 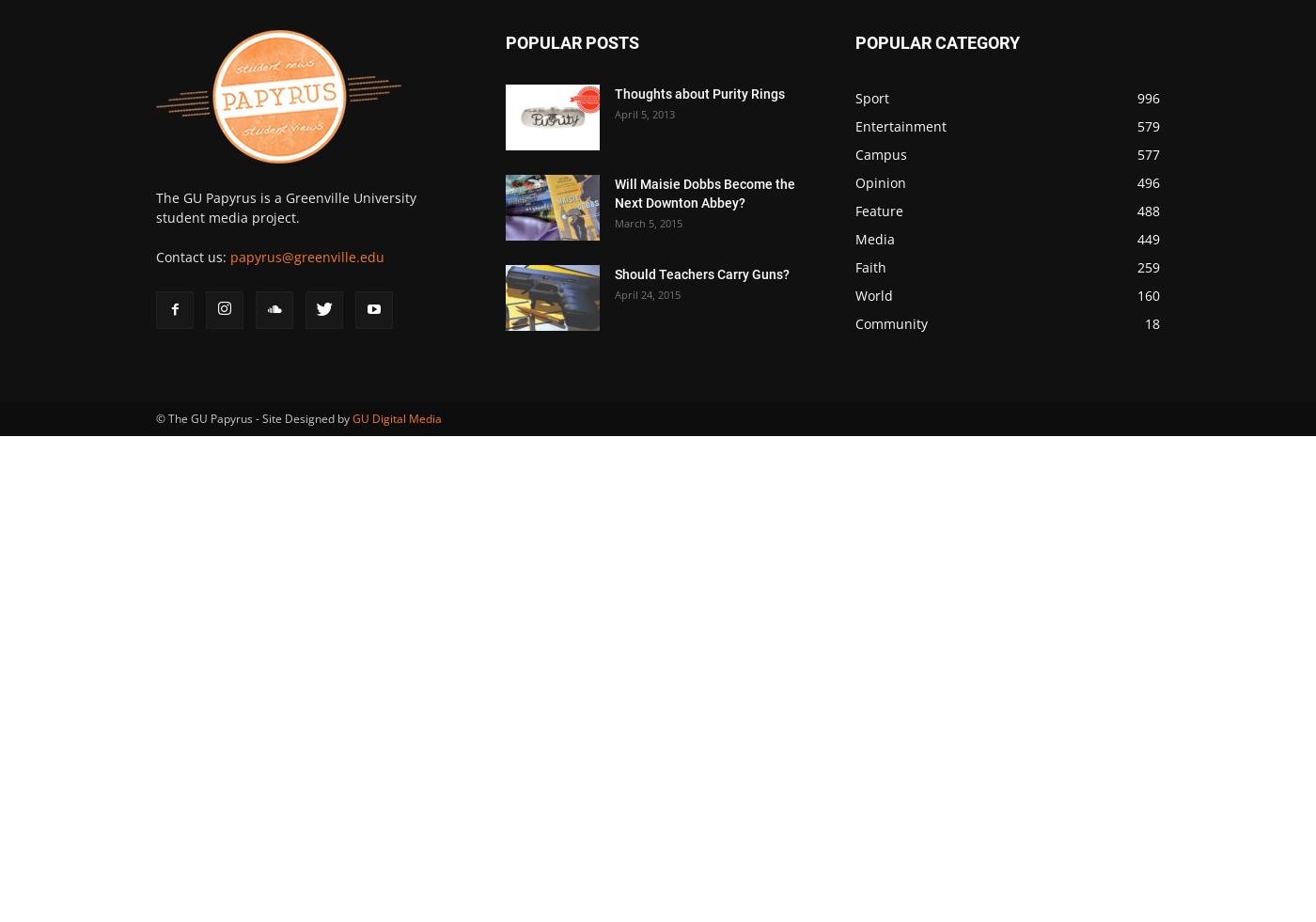 I want to click on 'POPULAR CATEGORY', so click(x=937, y=41).